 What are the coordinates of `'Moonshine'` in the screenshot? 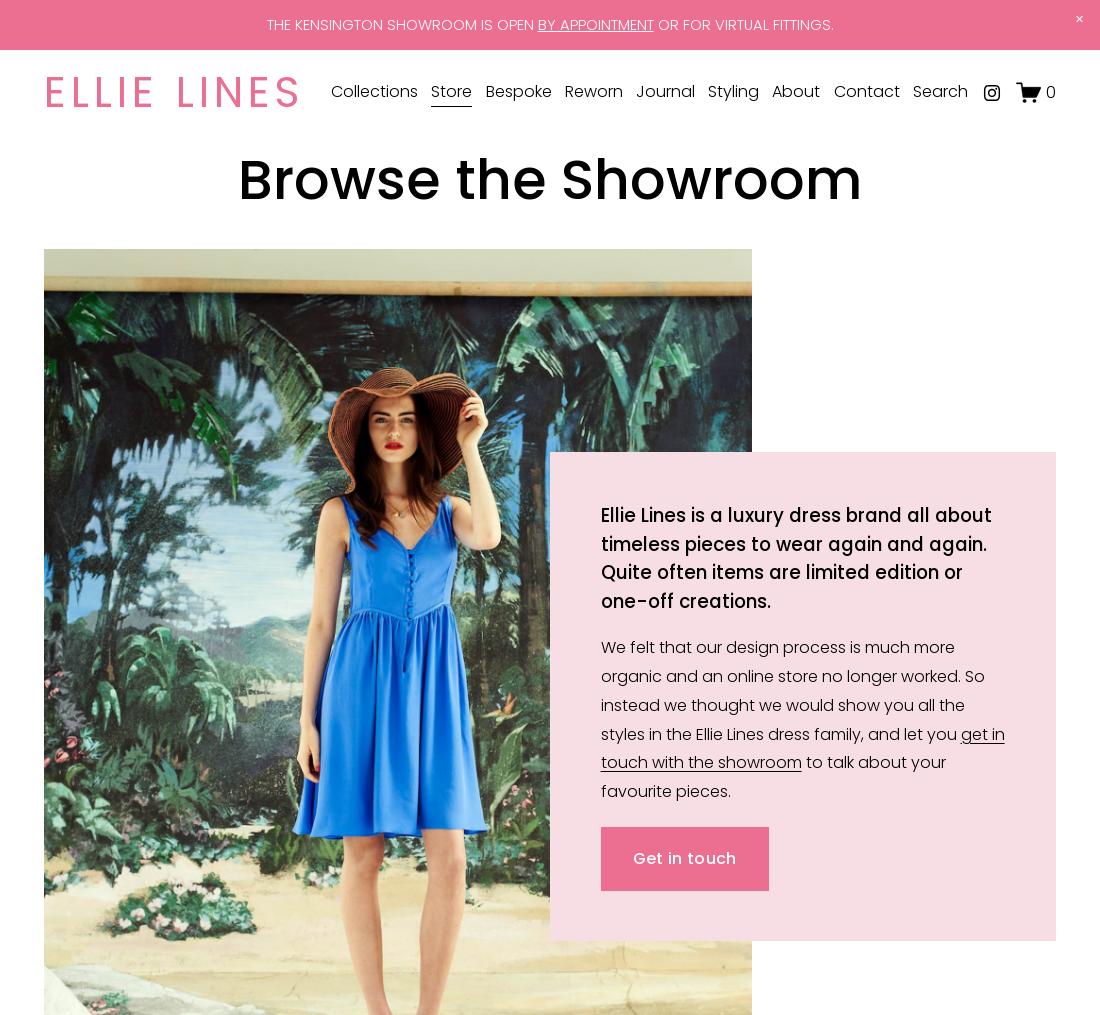 It's located at (330, 342).